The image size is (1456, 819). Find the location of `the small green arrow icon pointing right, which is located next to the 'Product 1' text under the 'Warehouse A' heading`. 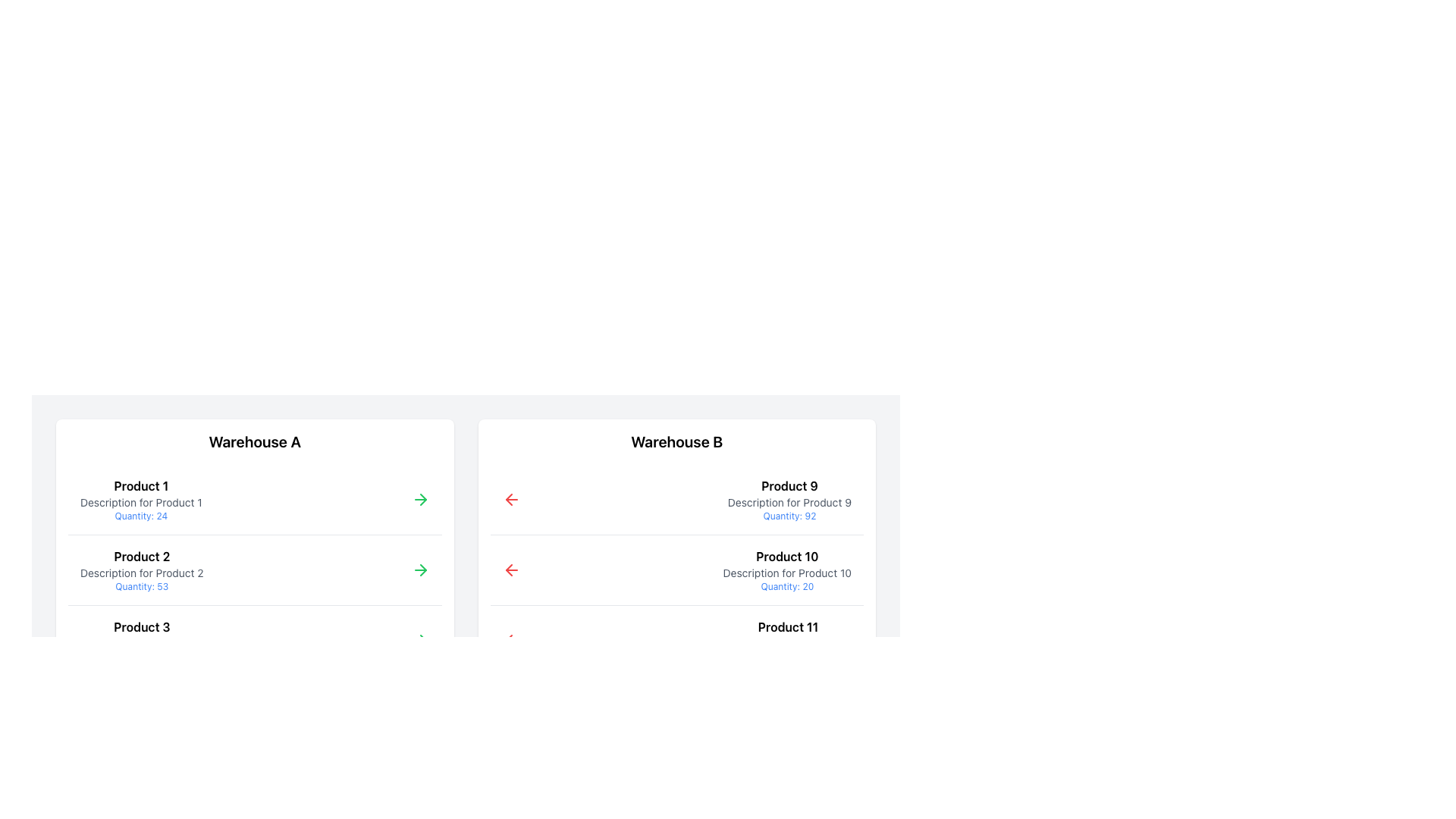

the small green arrow icon pointing right, which is located next to the 'Product 1' text under the 'Warehouse A' heading is located at coordinates (422, 500).